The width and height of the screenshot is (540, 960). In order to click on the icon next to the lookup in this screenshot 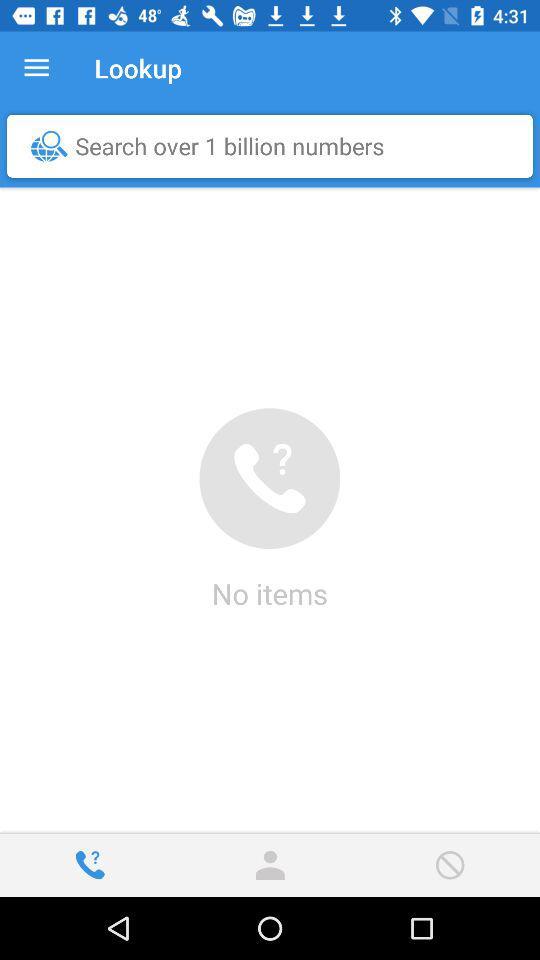, I will do `click(36, 68)`.